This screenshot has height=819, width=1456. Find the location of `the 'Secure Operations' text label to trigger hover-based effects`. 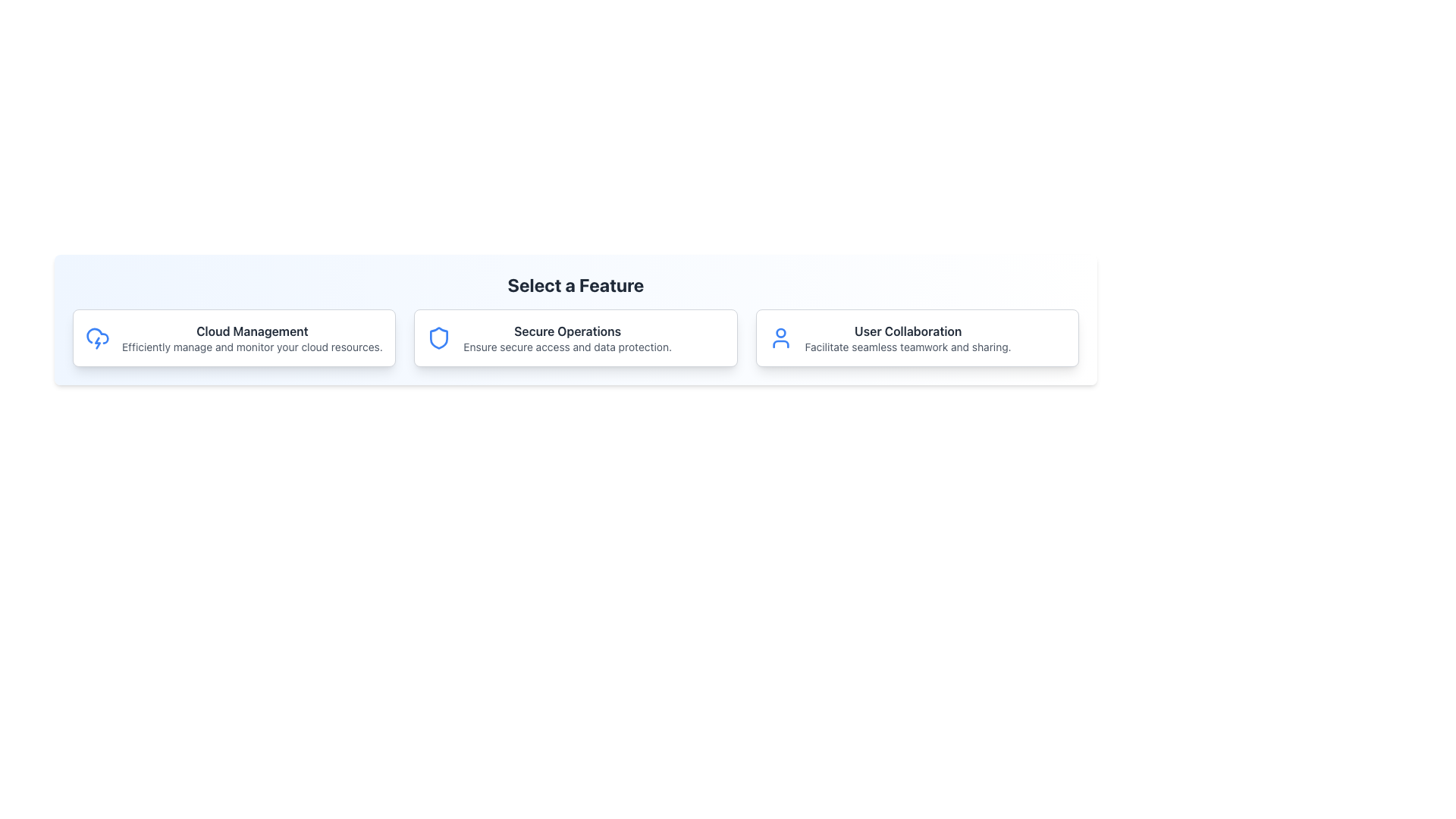

the 'Secure Operations' text label to trigger hover-based effects is located at coordinates (566, 330).